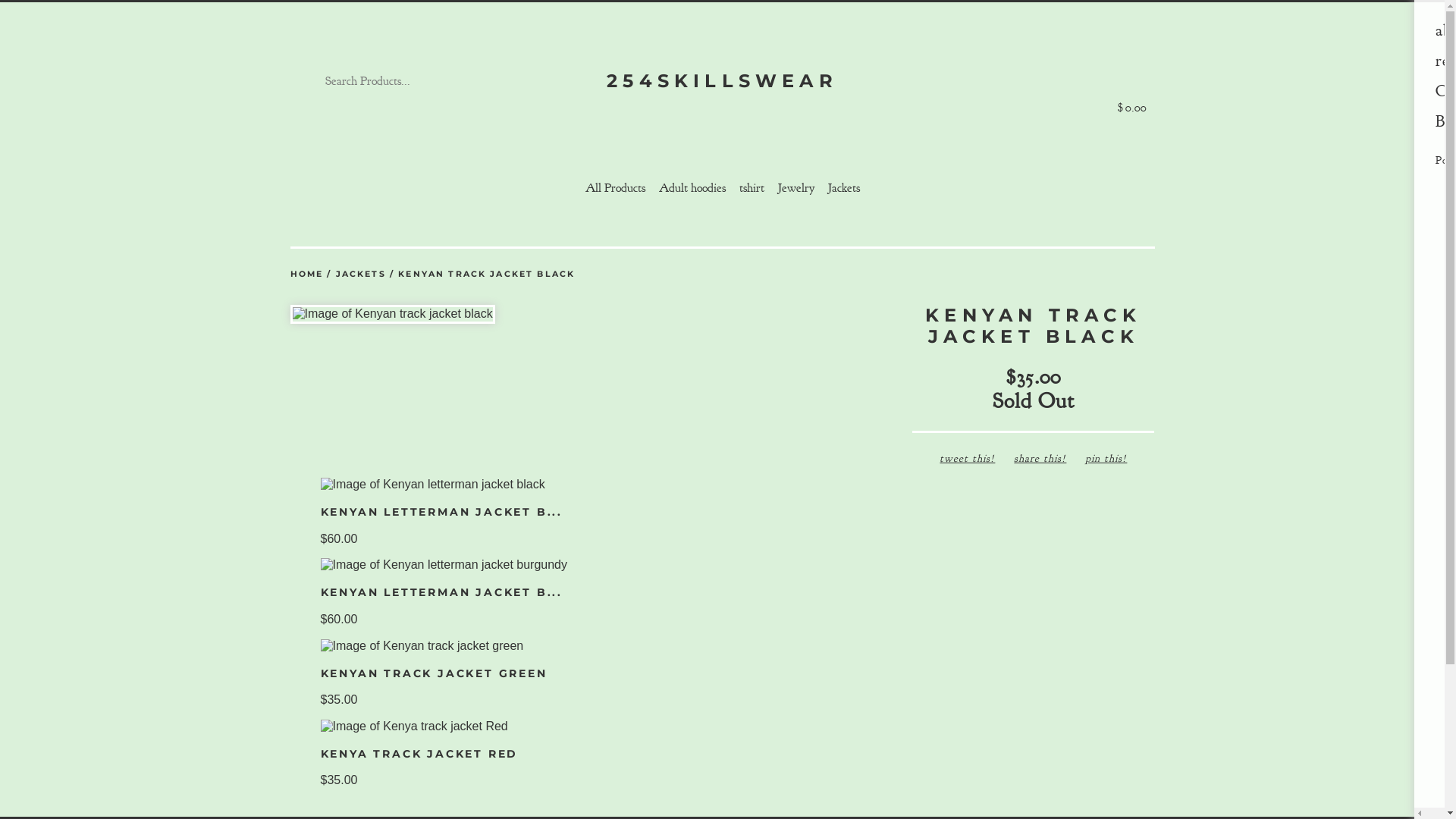 Image resolution: width=1456 pixels, height=819 pixels. I want to click on 'tweet this!', so click(966, 457).